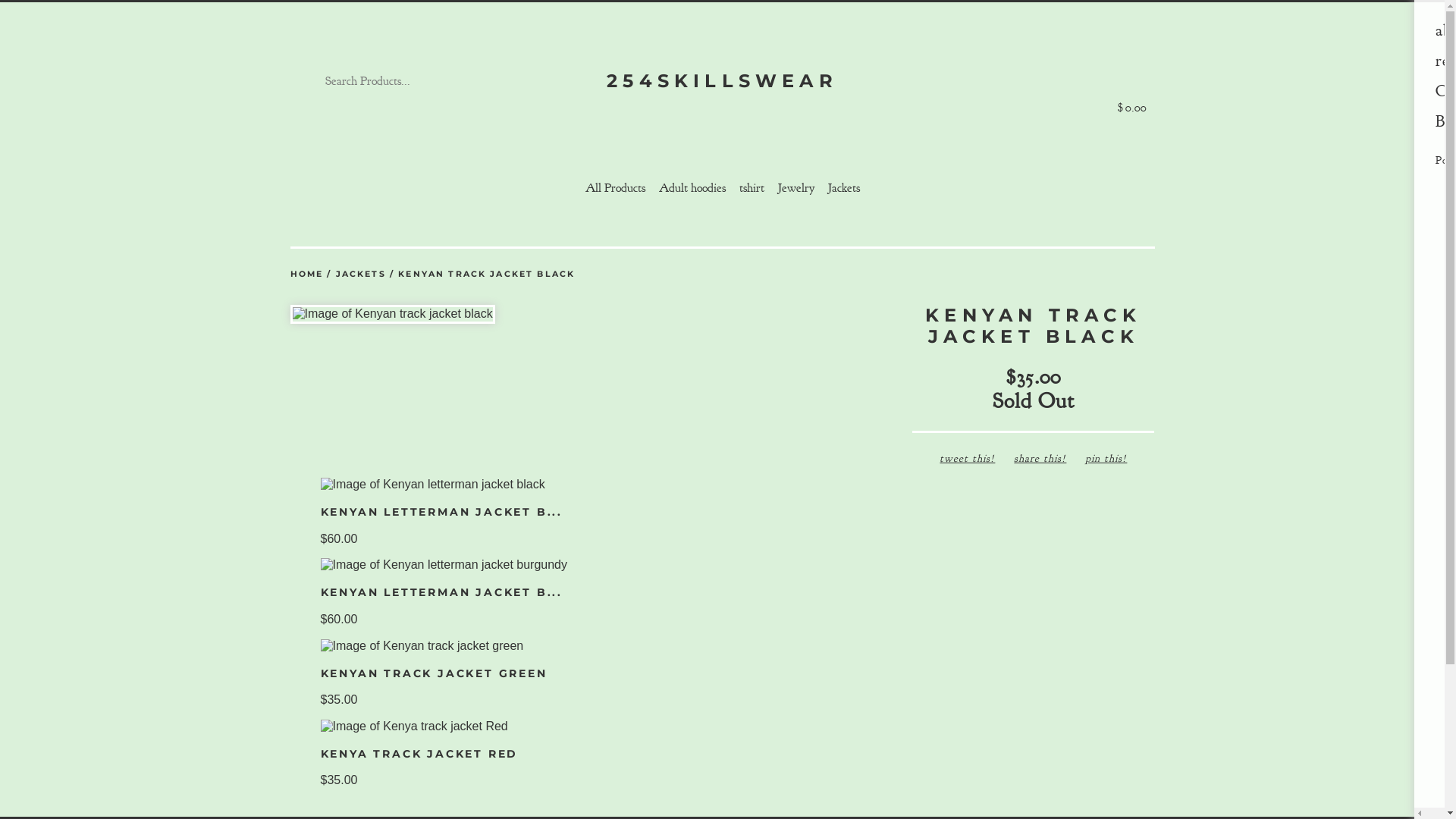 Image resolution: width=1456 pixels, height=819 pixels. I want to click on 'tweet this!', so click(966, 457).